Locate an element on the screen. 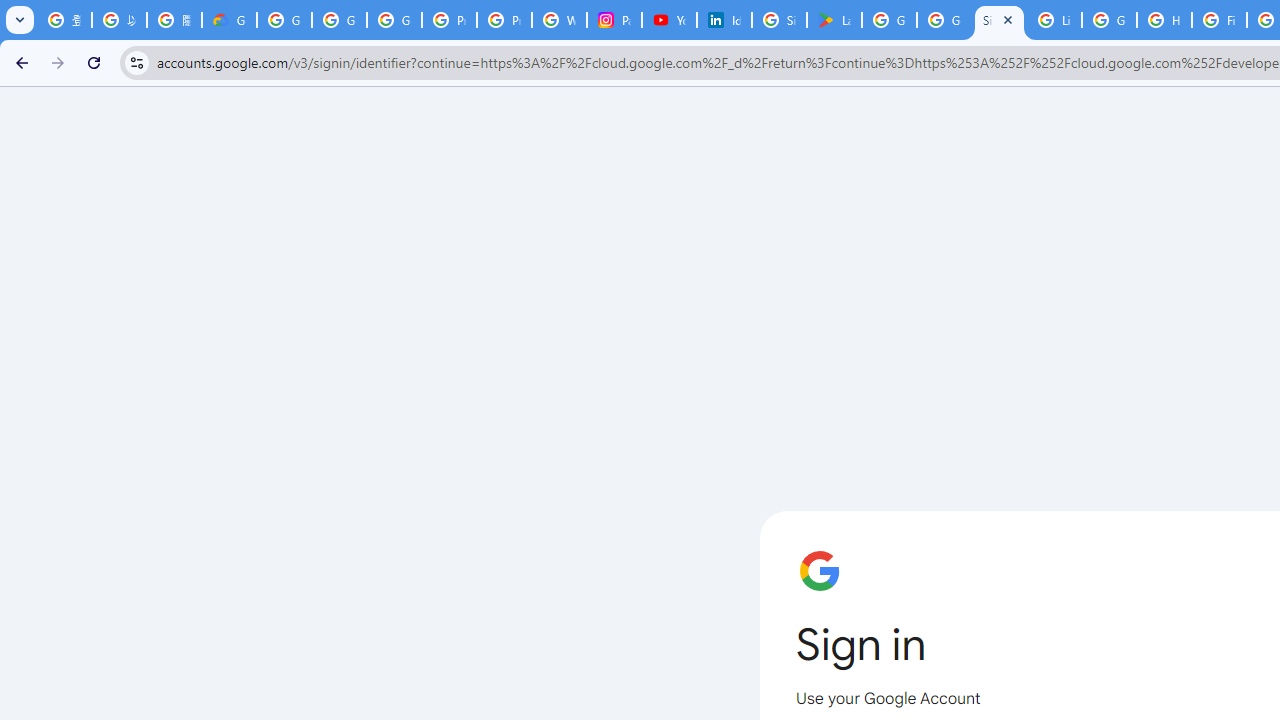 The height and width of the screenshot is (720, 1280). 'Privacy Help Center - Policies Help' is located at coordinates (504, 20).